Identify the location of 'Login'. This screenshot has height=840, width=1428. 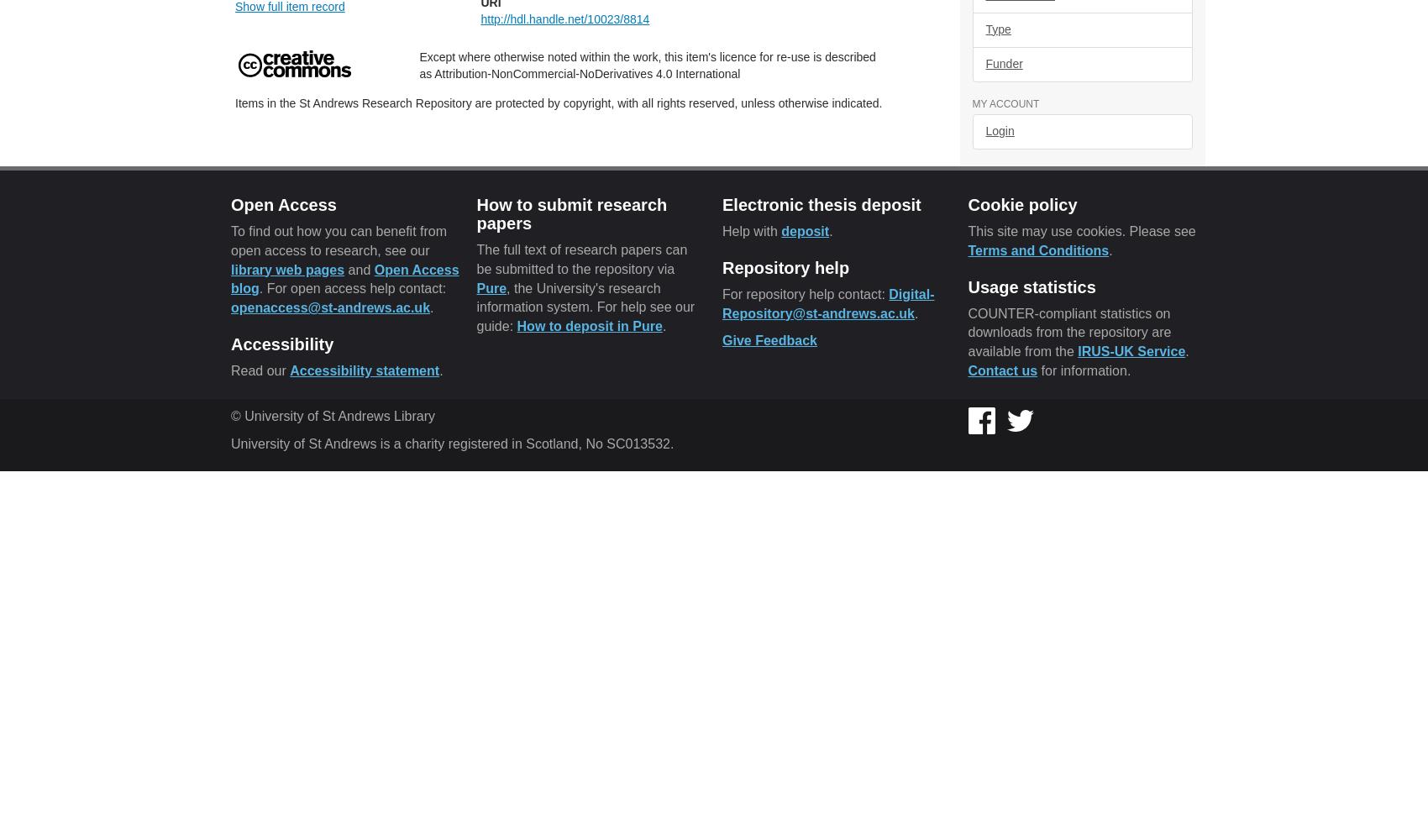
(999, 130).